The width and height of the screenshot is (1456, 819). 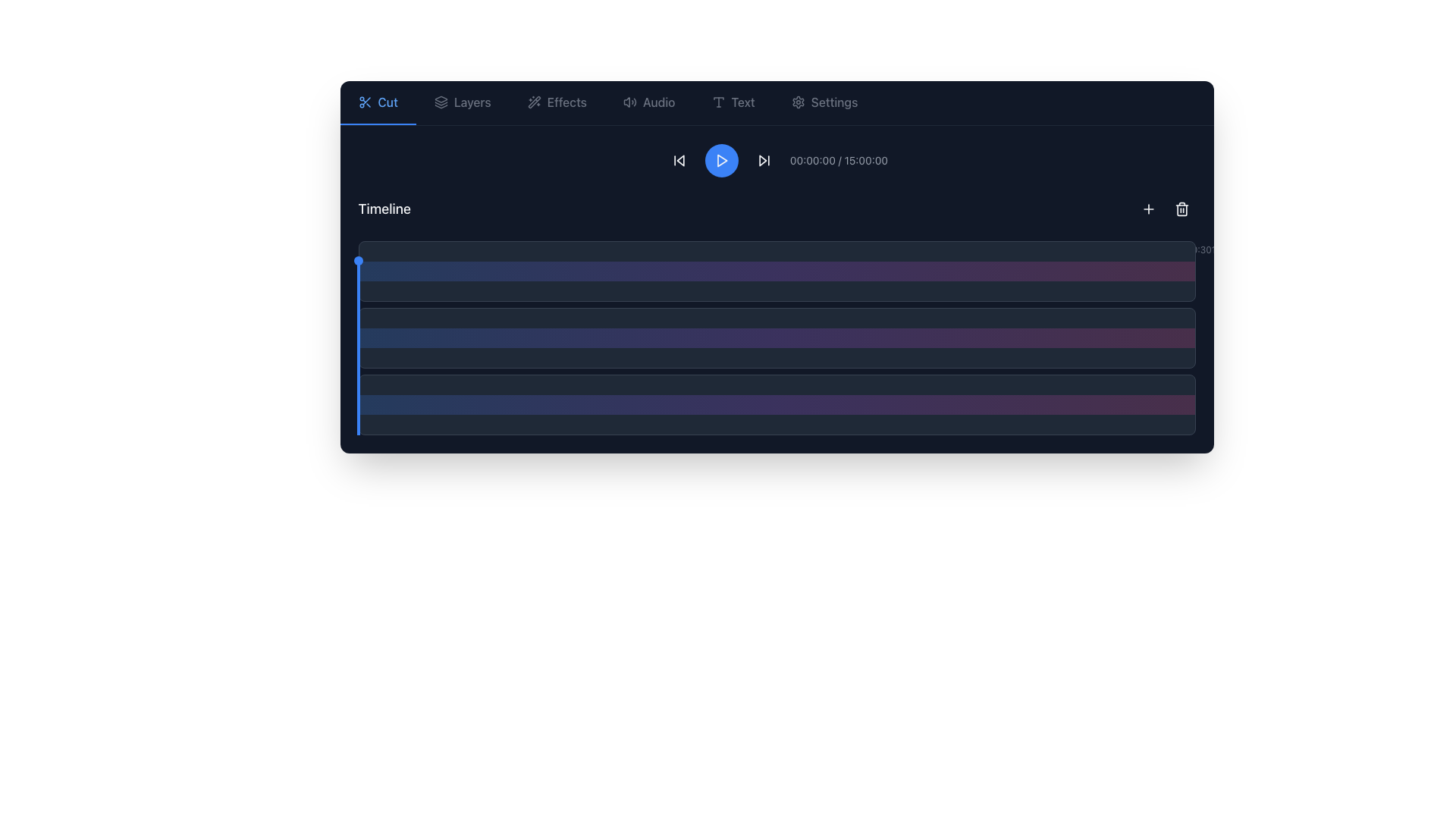 What do you see at coordinates (838, 161) in the screenshot?
I see `the time counter text display field located on the right side of the player control bar for accessibility navigation` at bounding box center [838, 161].